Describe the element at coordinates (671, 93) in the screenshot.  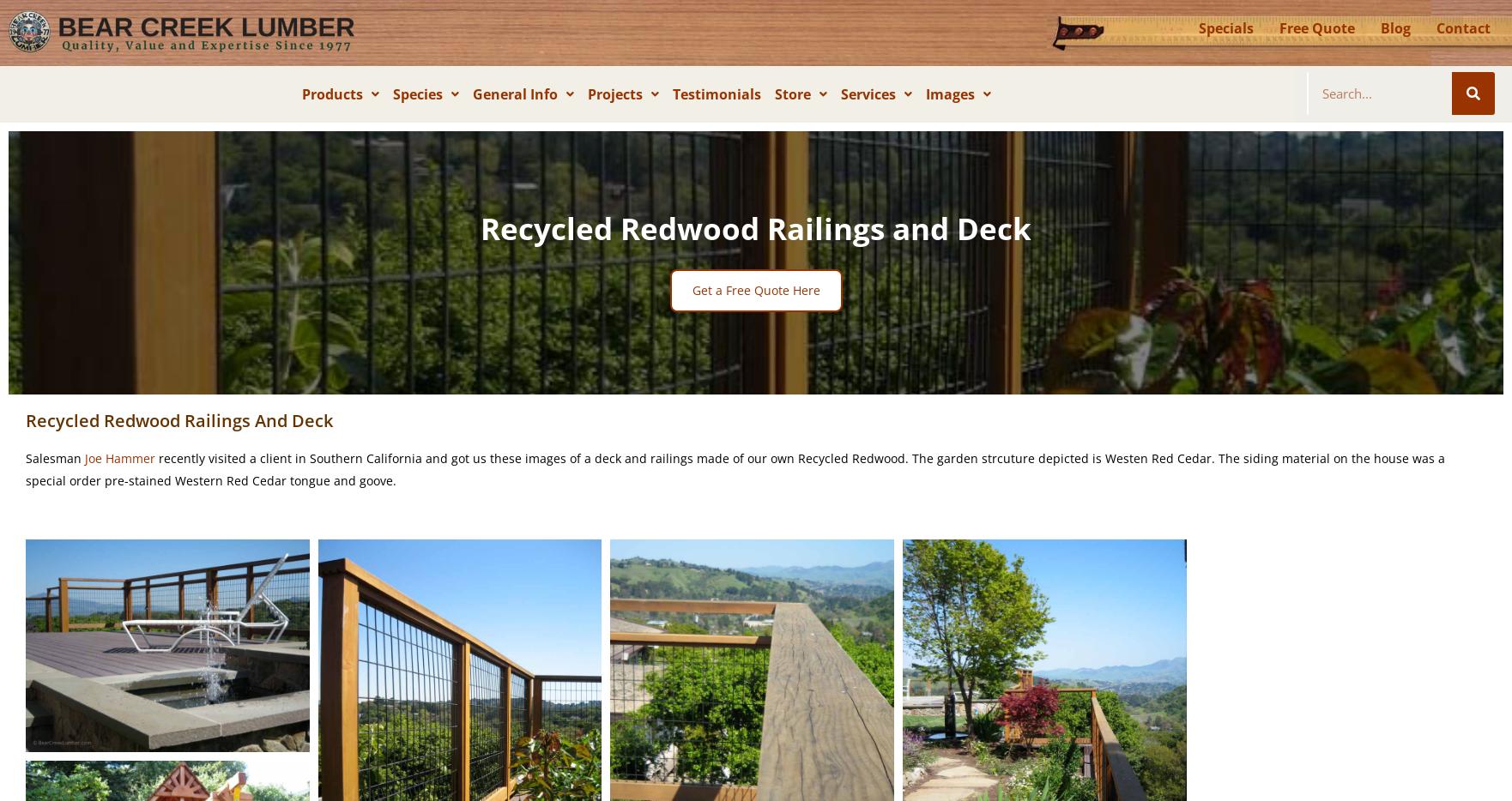
I see `'Testimonials'` at that location.